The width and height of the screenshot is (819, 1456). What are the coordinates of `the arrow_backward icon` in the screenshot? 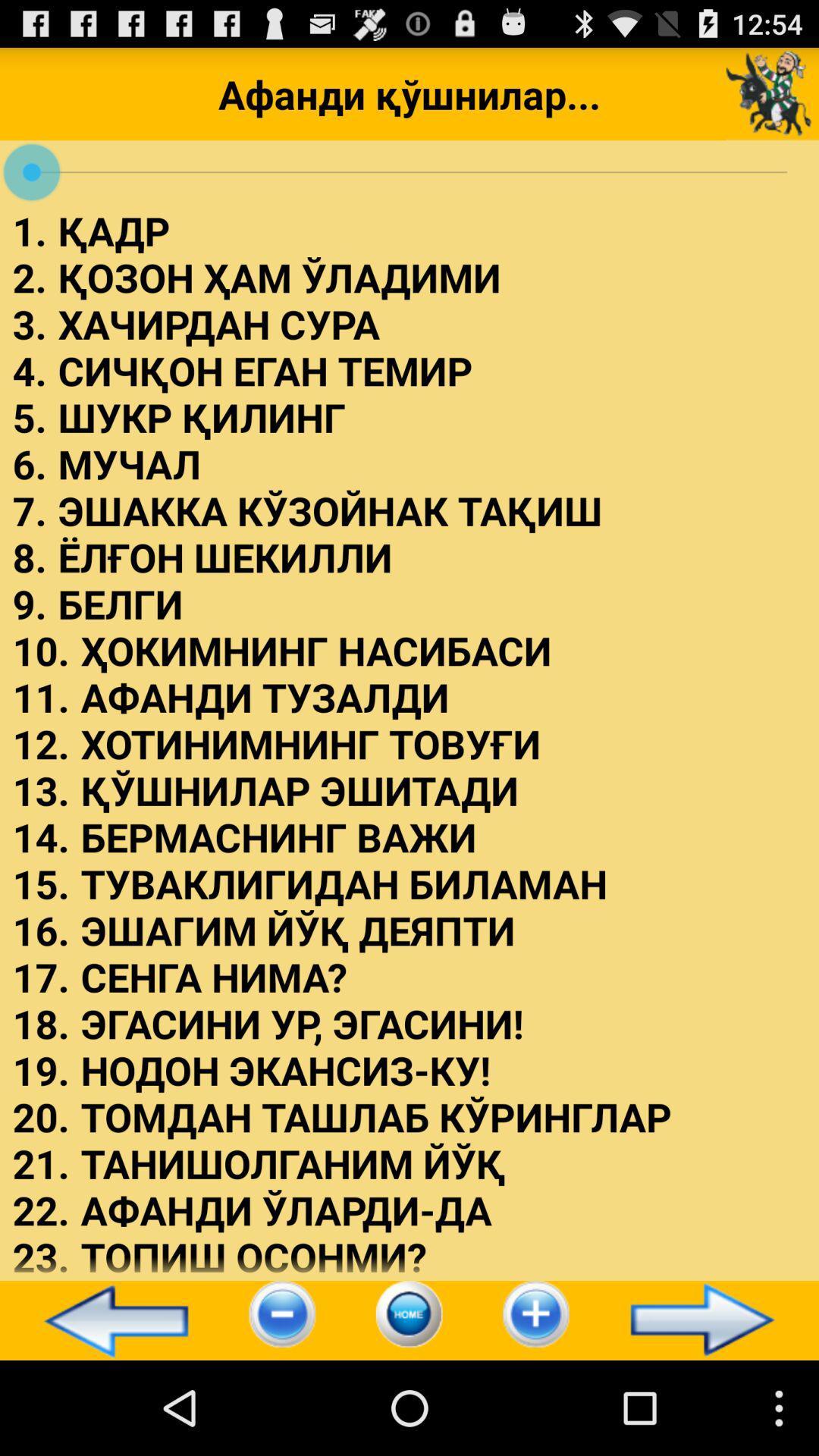 It's located at (108, 1412).